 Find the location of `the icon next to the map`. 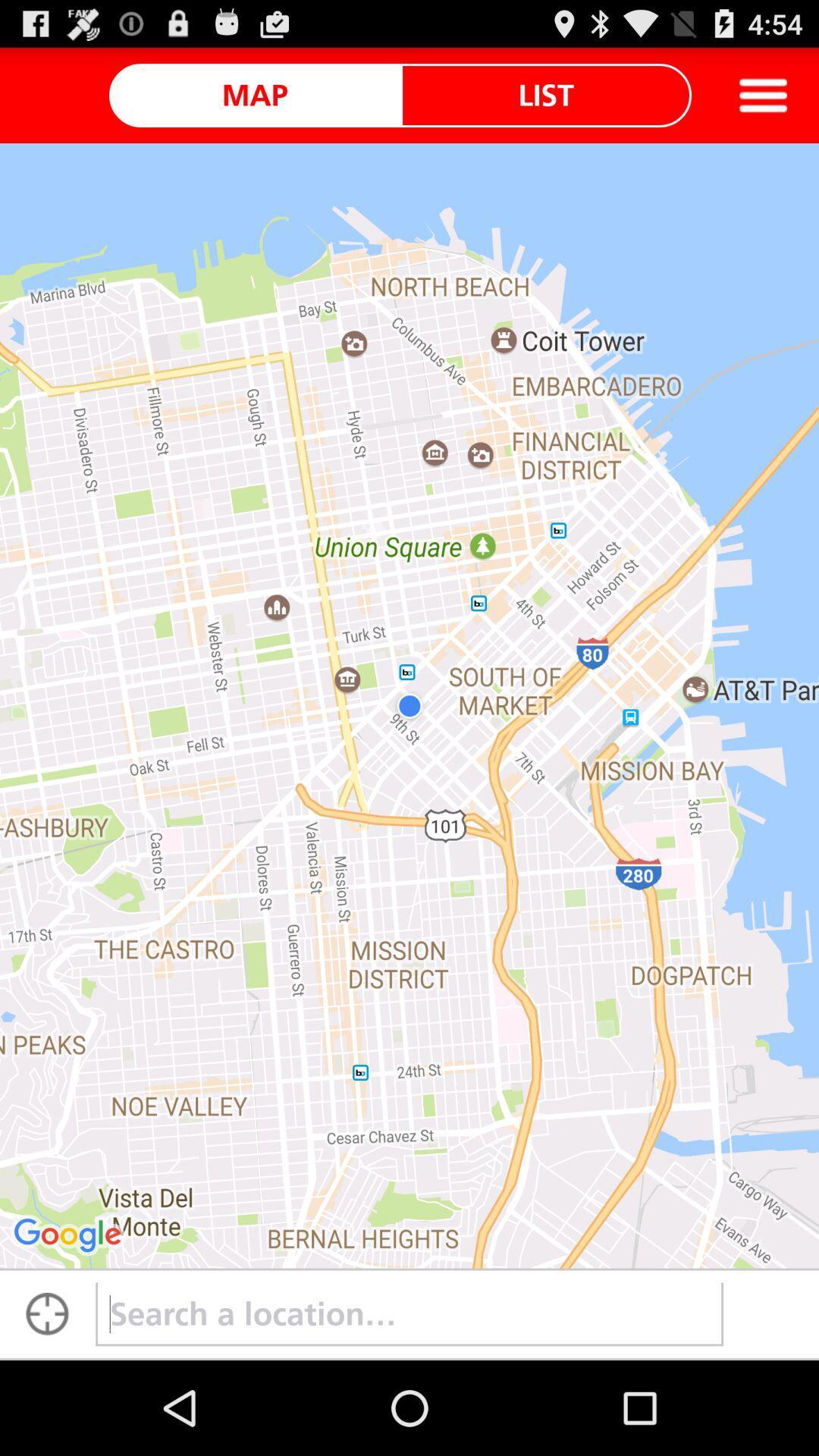

the icon next to the map is located at coordinates (546, 94).